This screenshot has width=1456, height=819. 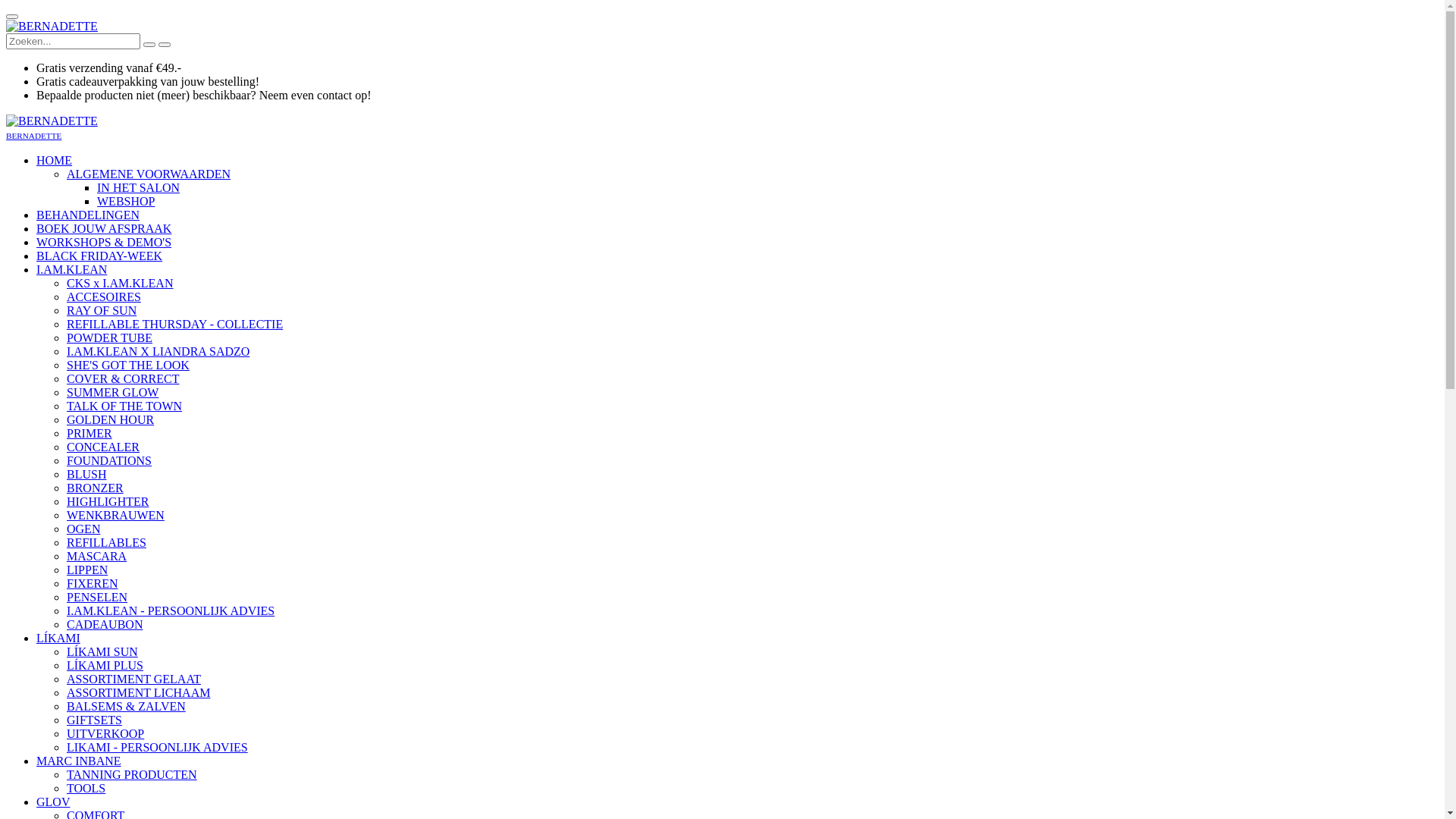 I want to click on 'CADEAUBON', so click(x=104, y=624).